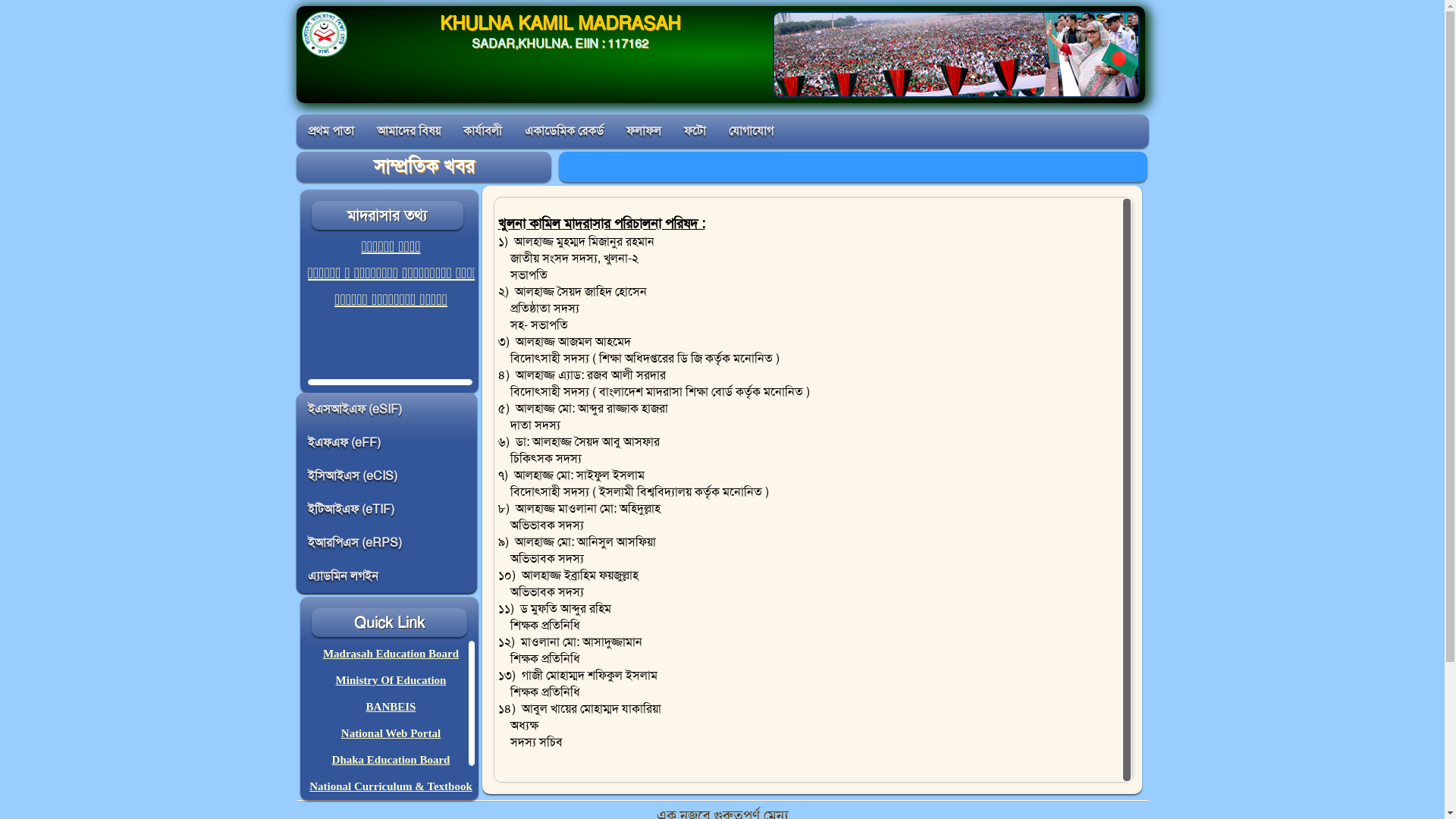 This screenshot has height=819, width=1456. Describe the element at coordinates (366, 707) in the screenshot. I see `'BANBEIS'` at that location.